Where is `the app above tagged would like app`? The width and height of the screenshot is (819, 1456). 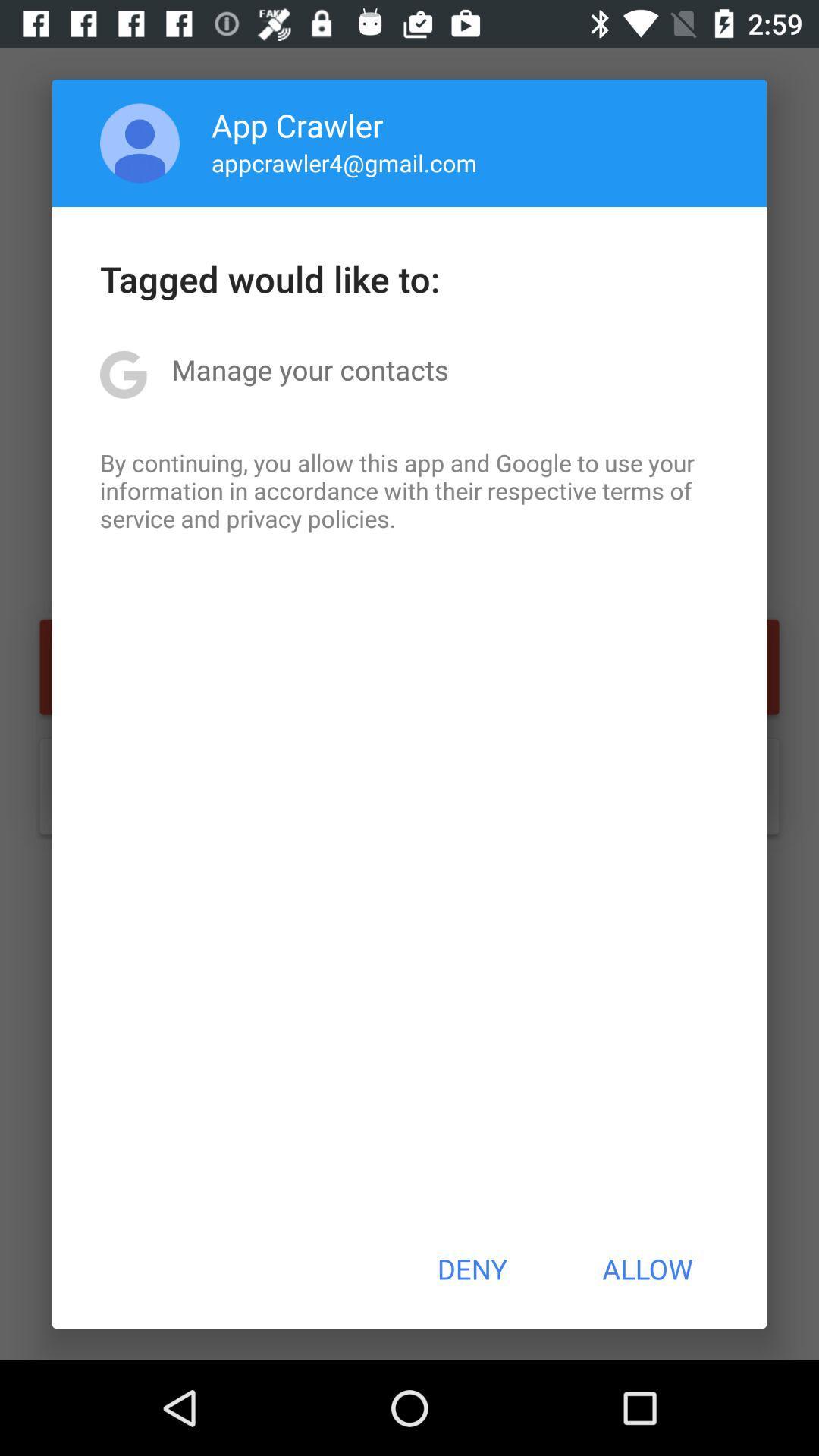
the app above tagged would like app is located at coordinates (344, 162).